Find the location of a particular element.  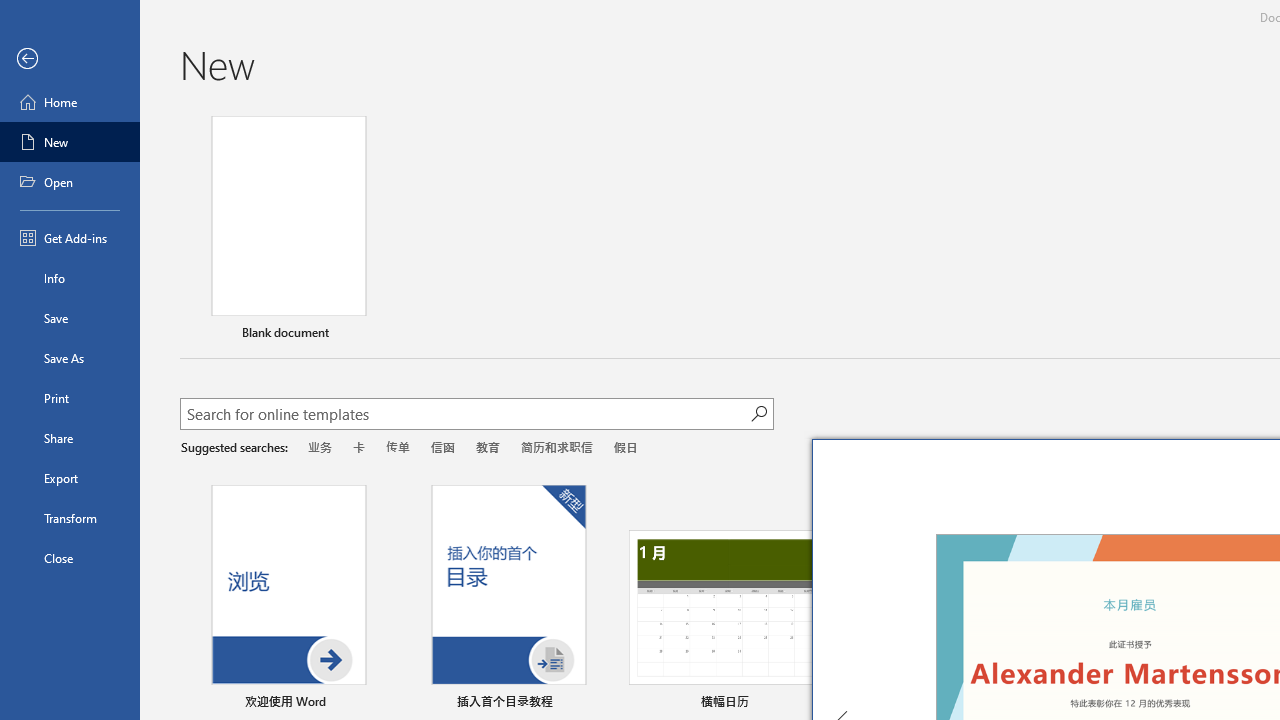

'New' is located at coordinates (69, 140).